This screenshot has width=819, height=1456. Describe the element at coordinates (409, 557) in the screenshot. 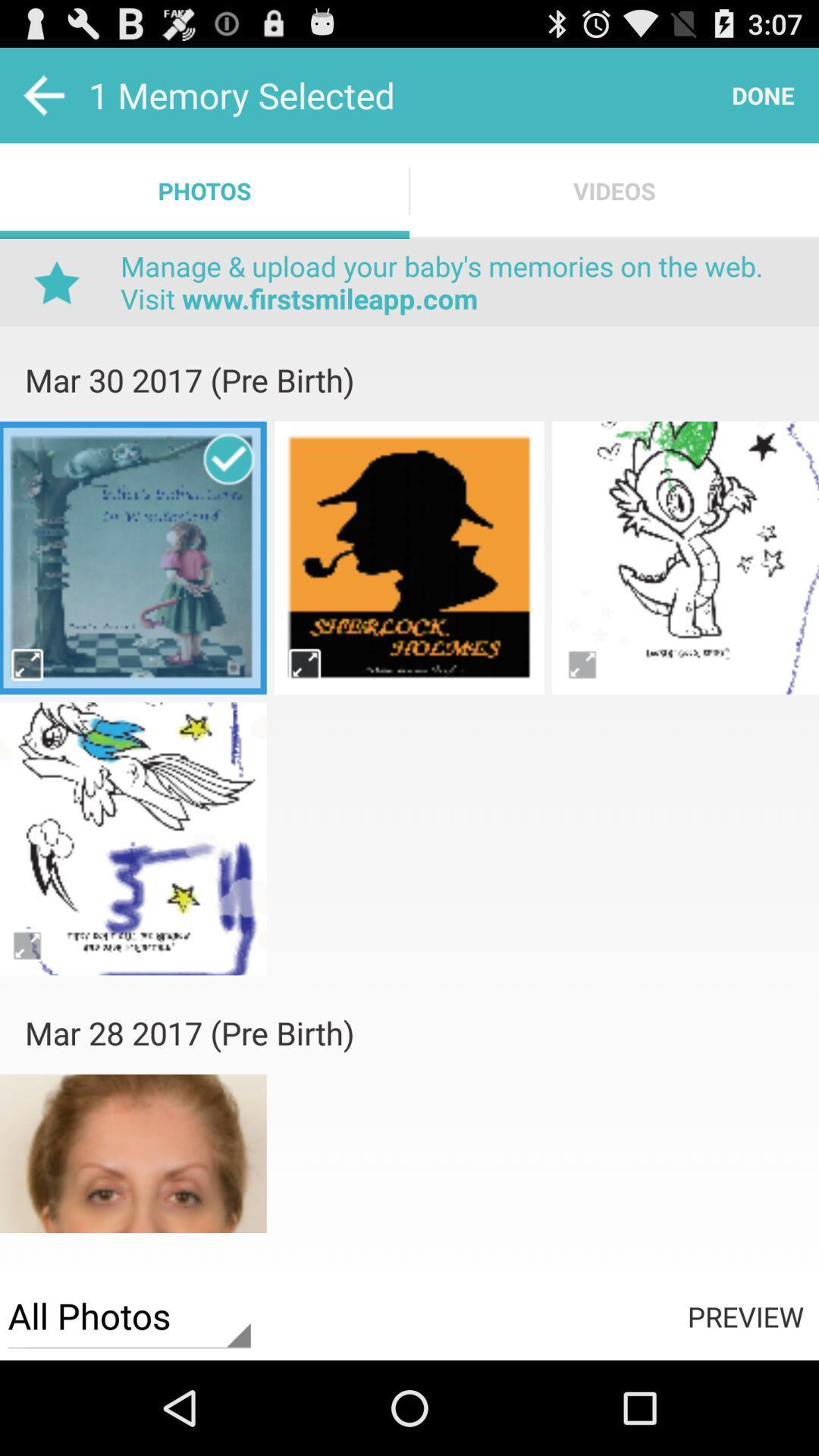

I see `photes` at that location.